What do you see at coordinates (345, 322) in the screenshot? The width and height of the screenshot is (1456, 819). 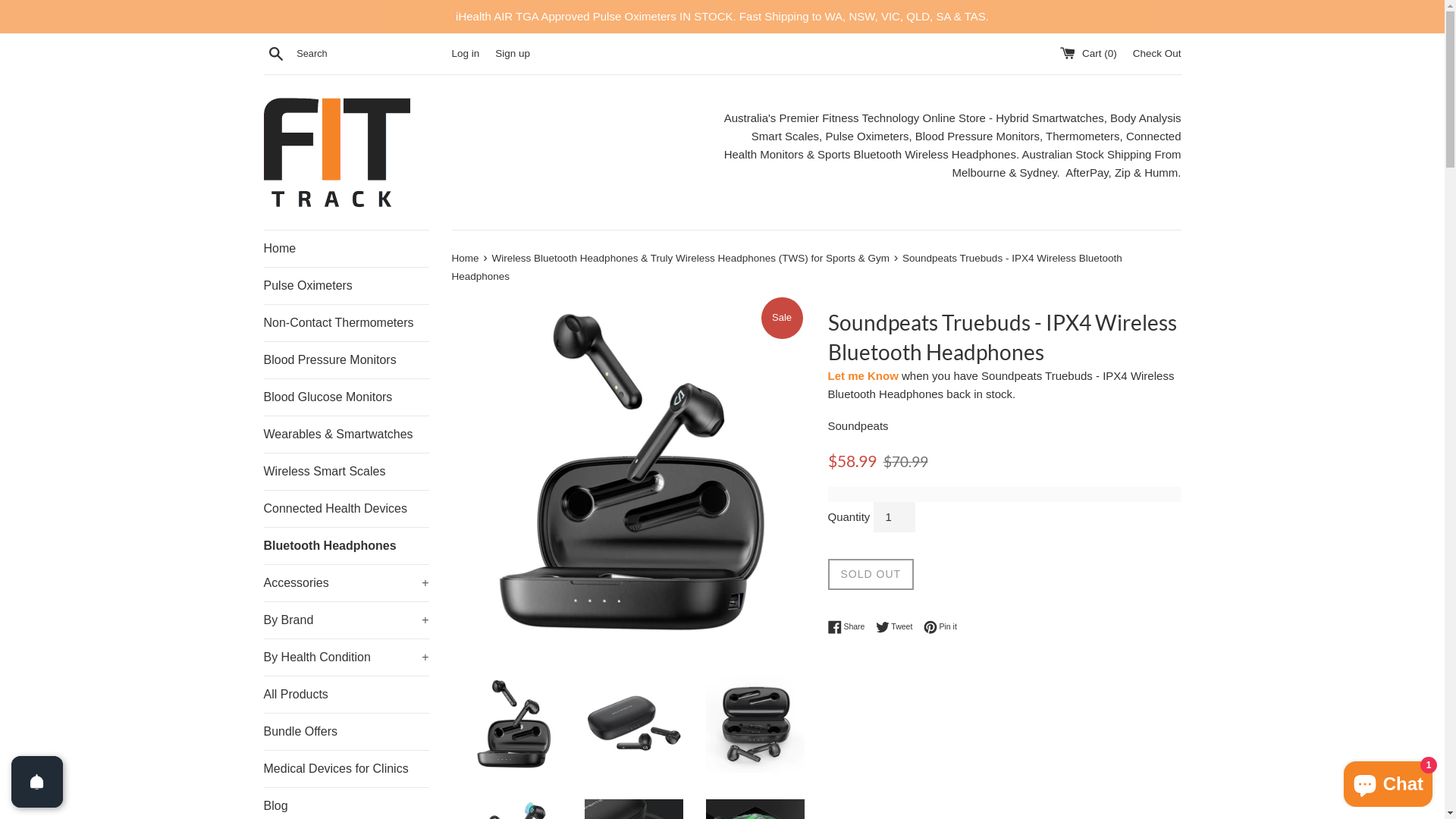 I see `'Non-Contact Thermometers'` at bounding box center [345, 322].